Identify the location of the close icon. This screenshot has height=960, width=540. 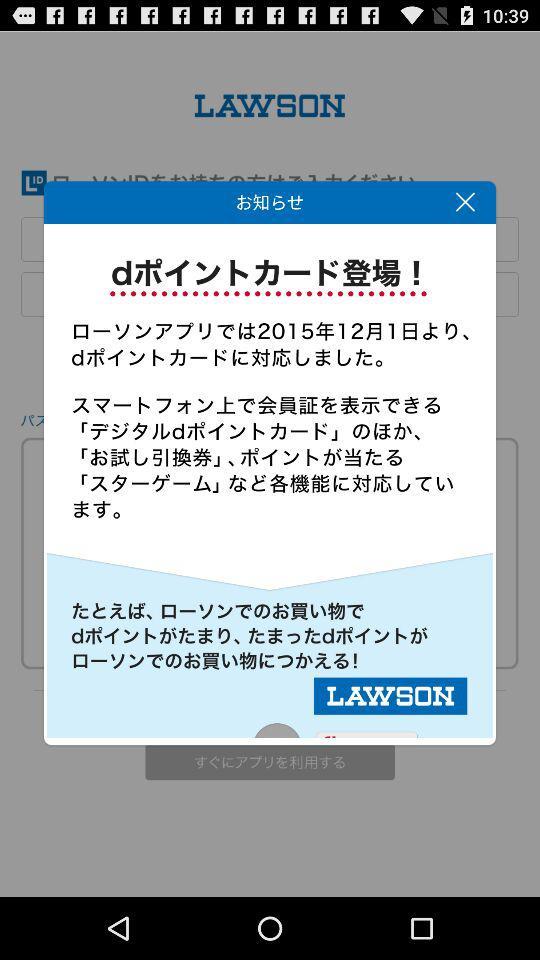
(465, 215).